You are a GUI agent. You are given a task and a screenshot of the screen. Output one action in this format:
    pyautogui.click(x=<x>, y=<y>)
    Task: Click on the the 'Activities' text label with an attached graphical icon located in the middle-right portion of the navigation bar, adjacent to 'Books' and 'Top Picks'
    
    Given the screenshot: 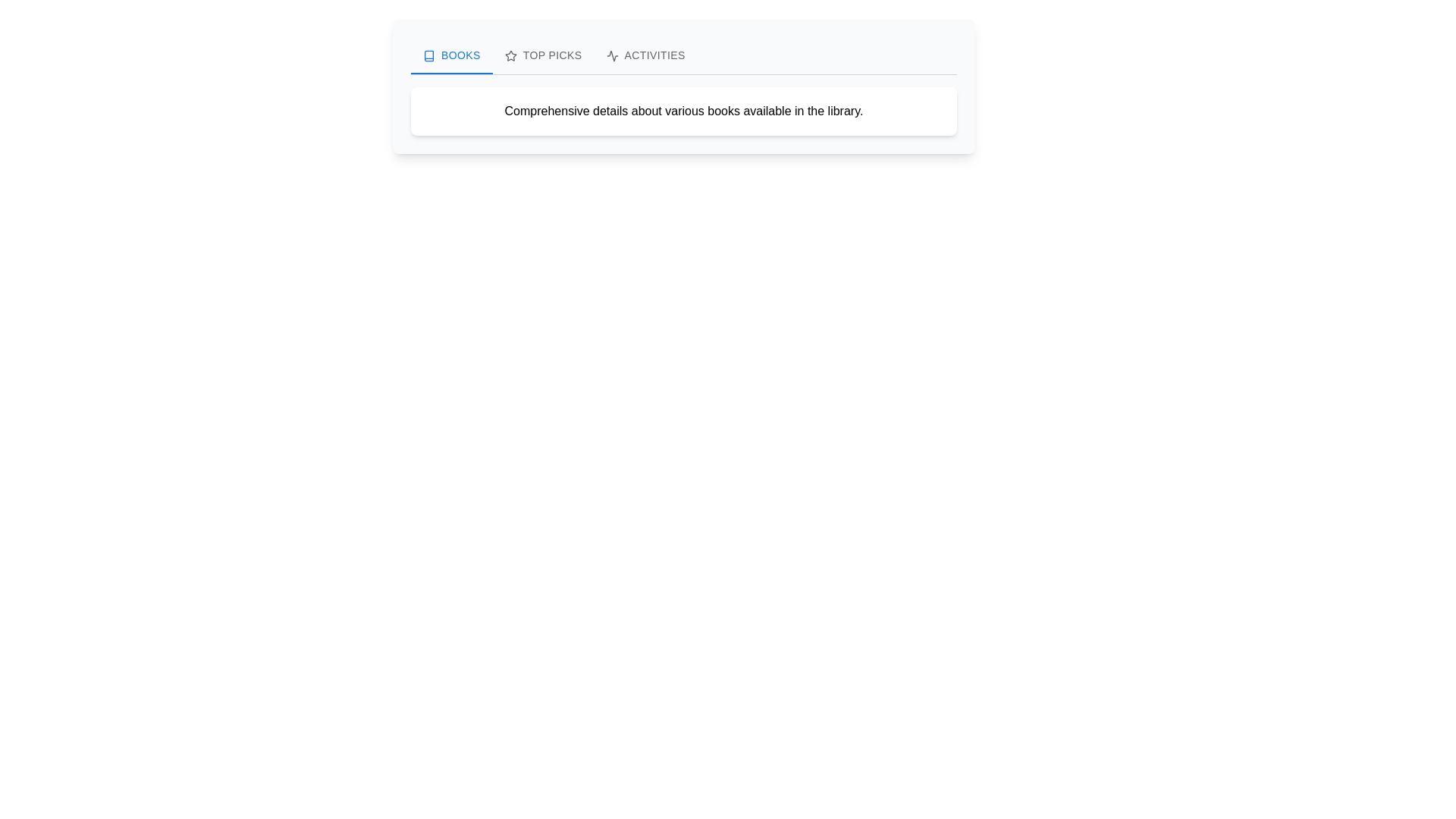 What is the action you would take?
    pyautogui.click(x=645, y=55)
    